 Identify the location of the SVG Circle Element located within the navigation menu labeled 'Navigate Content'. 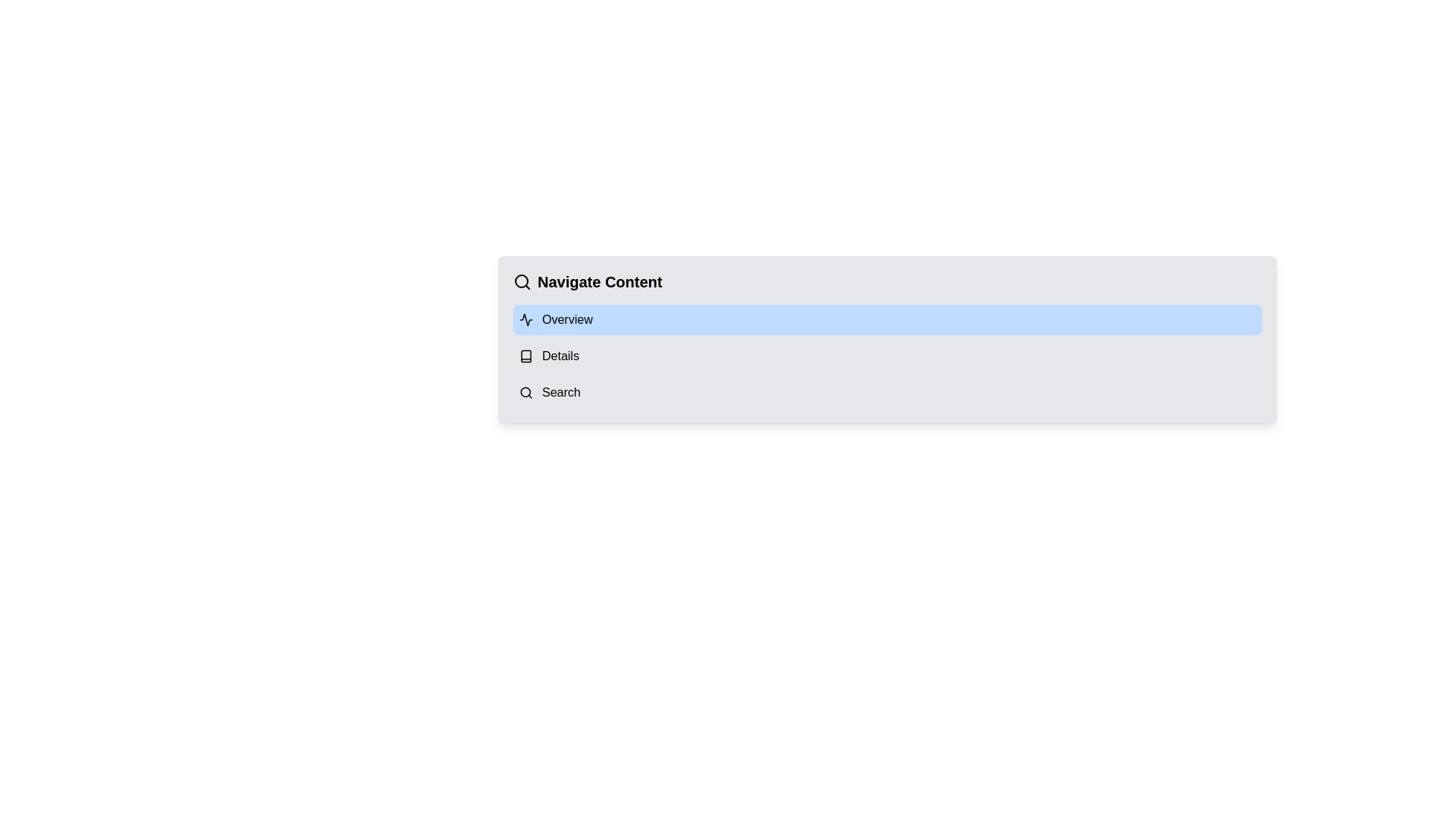
(521, 281).